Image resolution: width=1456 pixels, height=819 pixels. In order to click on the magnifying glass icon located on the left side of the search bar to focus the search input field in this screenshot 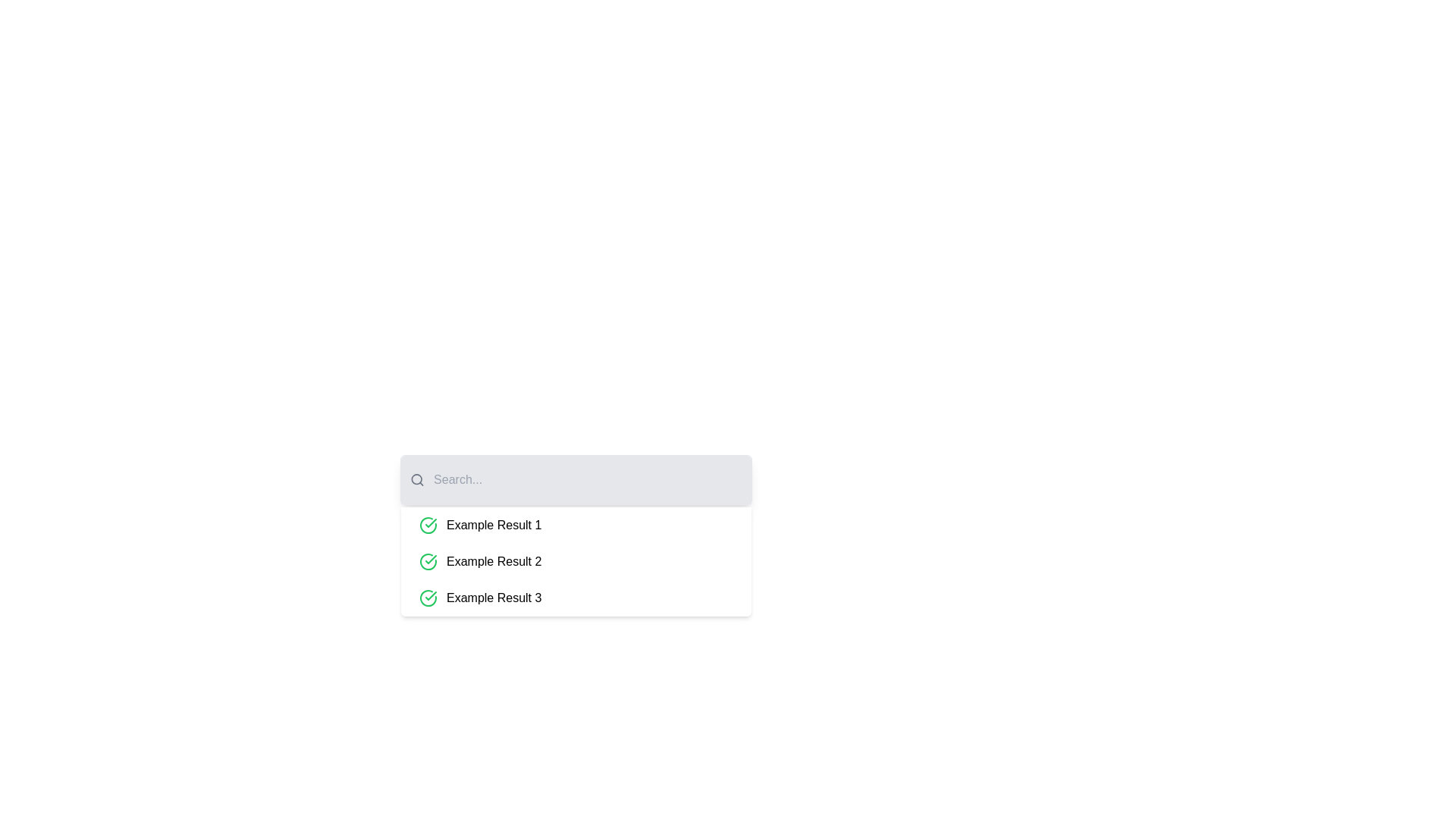, I will do `click(417, 479)`.